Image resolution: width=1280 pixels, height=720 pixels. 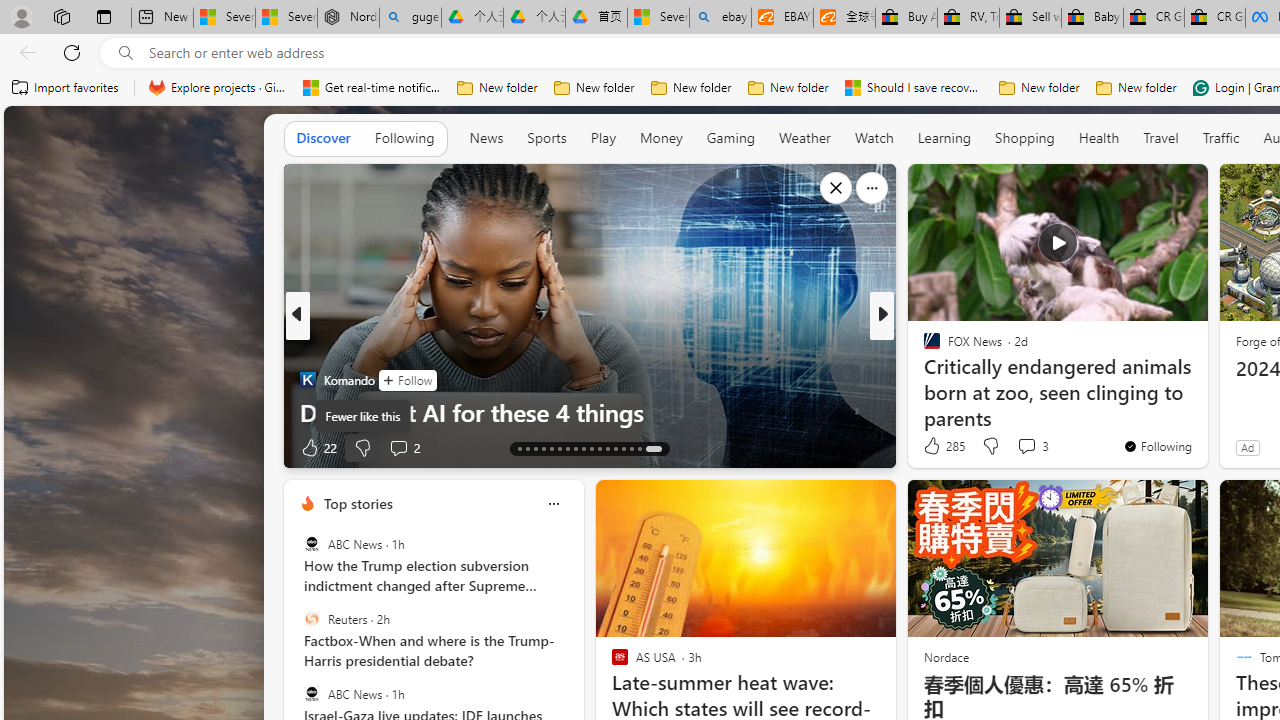 What do you see at coordinates (1025, 137) in the screenshot?
I see `'Shopping'` at bounding box center [1025, 137].